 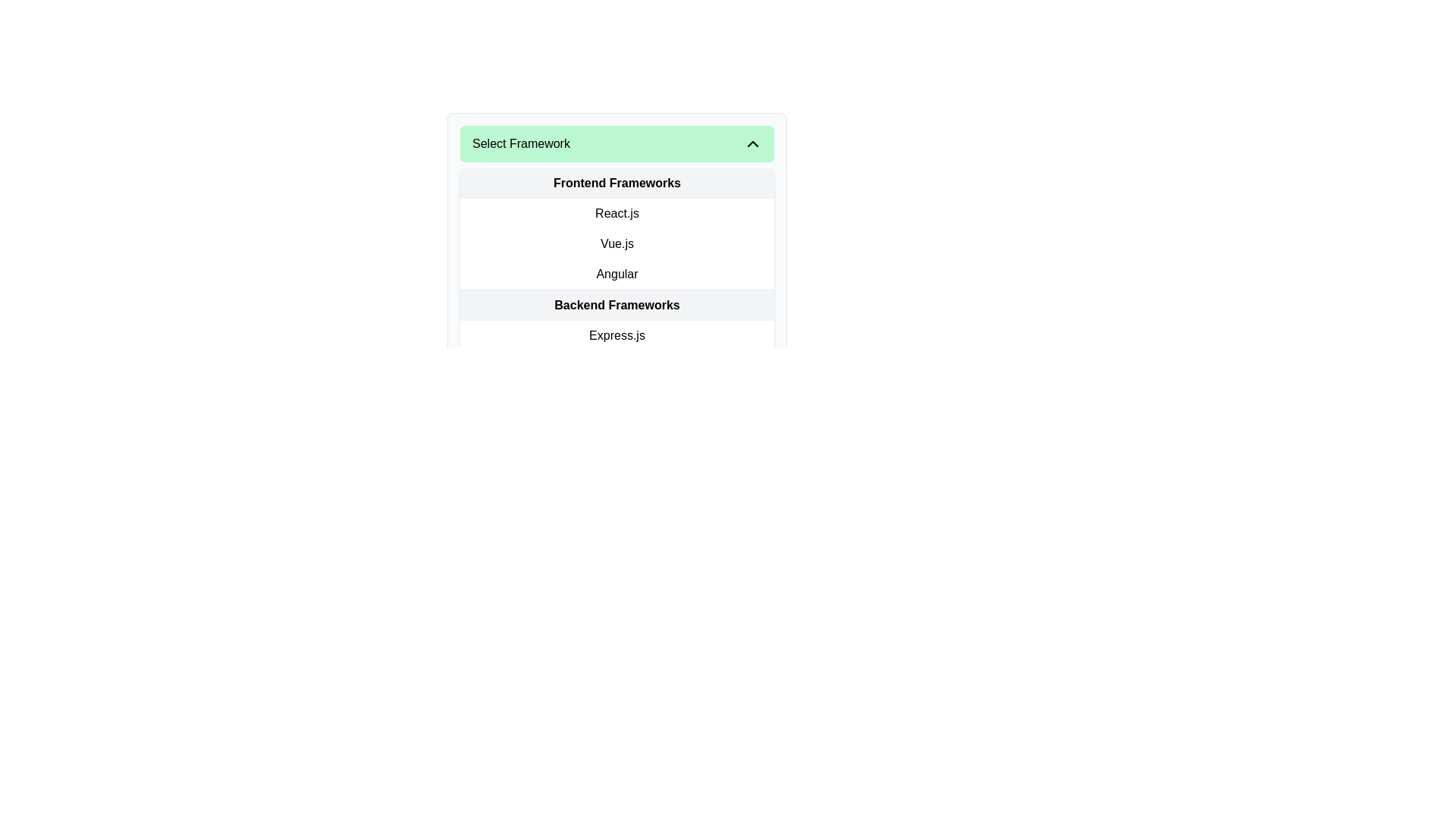 What do you see at coordinates (617, 366) in the screenshot?
I see `to select the 'Express.js' option from the first item in the 'Backend Frameworks' list` at bounding box center [617, 366].